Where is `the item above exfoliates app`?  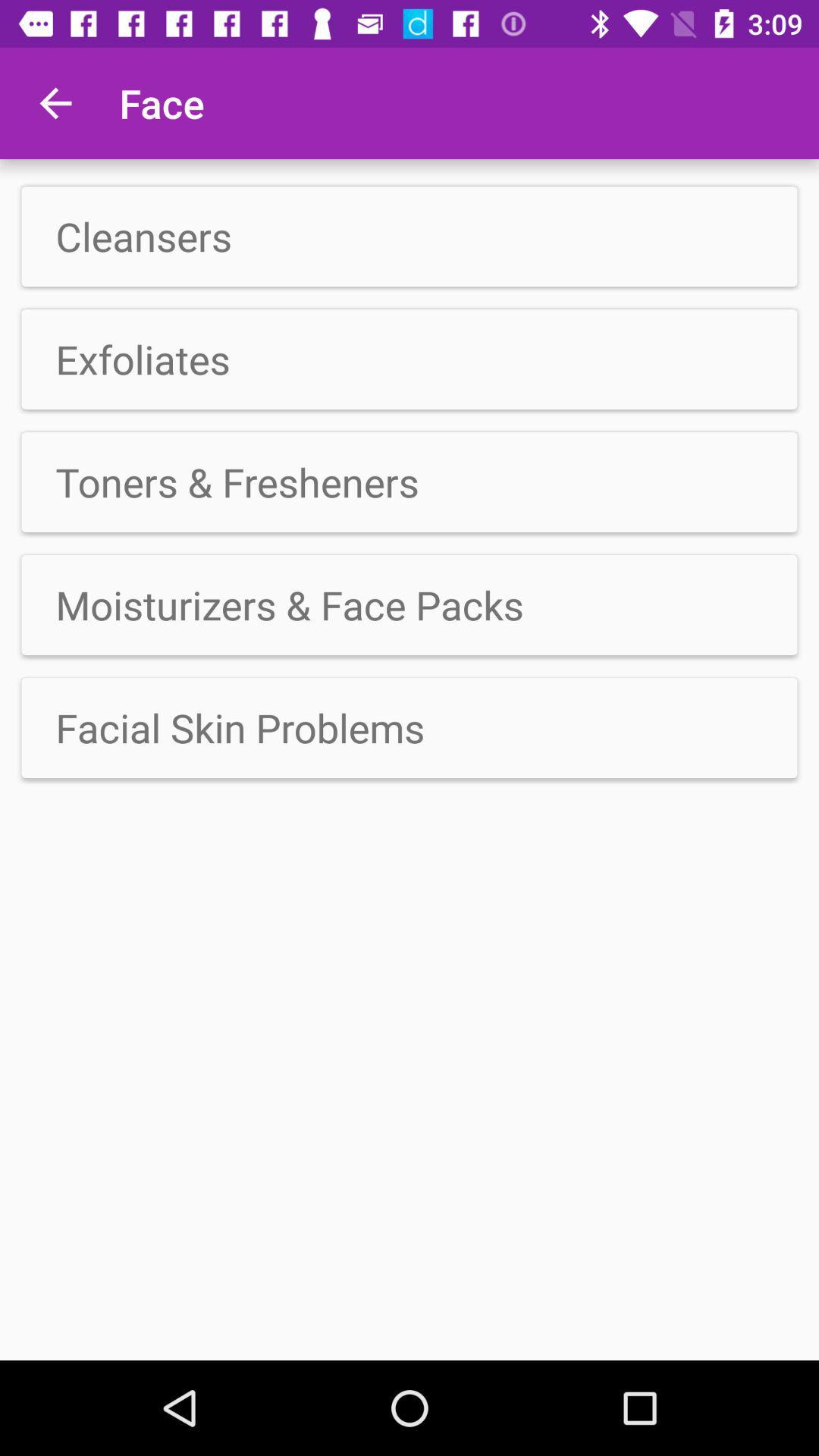 the item above exfoliates app is located at coordinates (409, 236).